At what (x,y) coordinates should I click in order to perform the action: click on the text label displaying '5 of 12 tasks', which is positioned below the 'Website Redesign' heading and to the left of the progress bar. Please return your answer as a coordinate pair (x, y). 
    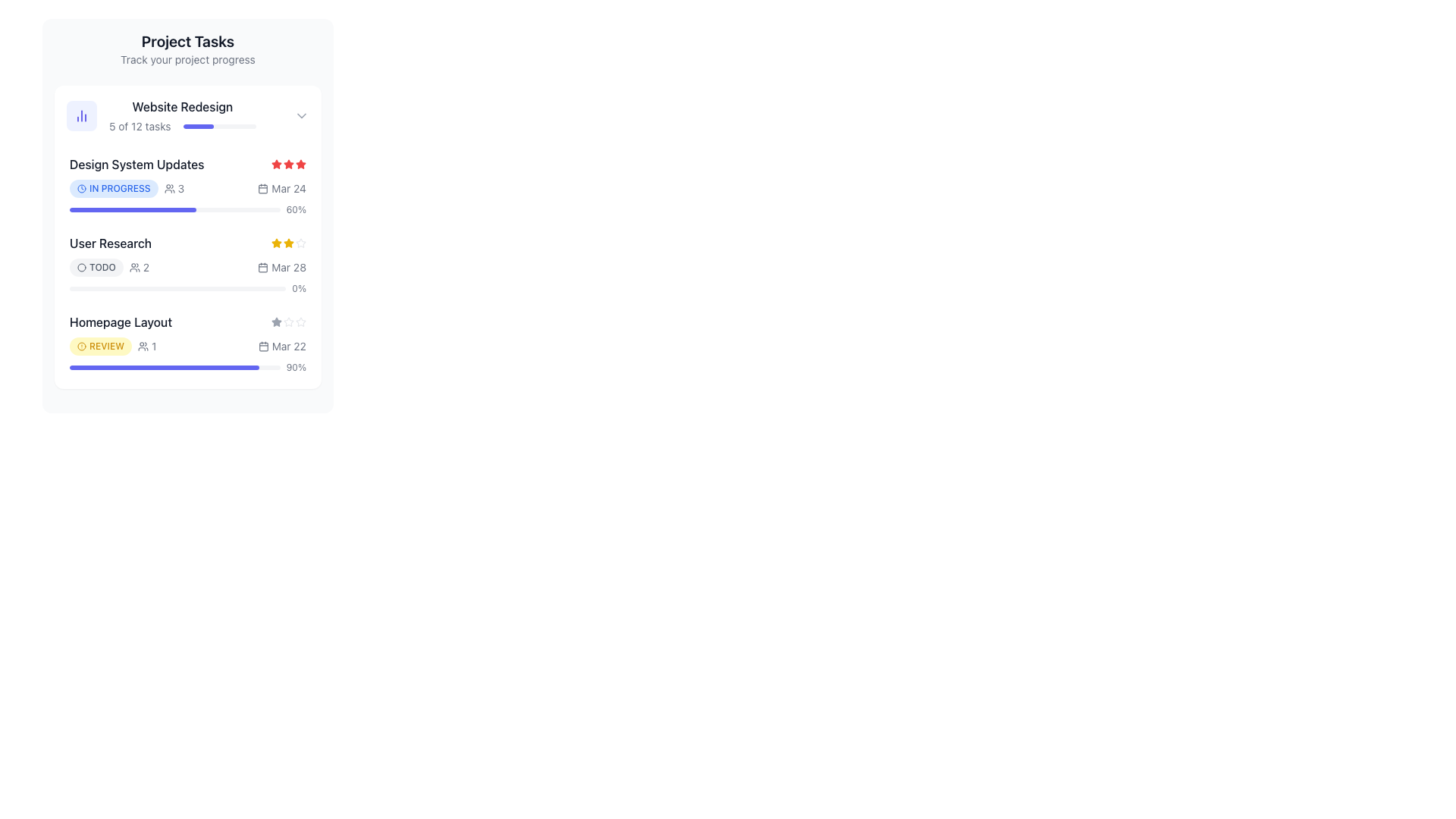
    Looking at the image, I should click on (140, 125).